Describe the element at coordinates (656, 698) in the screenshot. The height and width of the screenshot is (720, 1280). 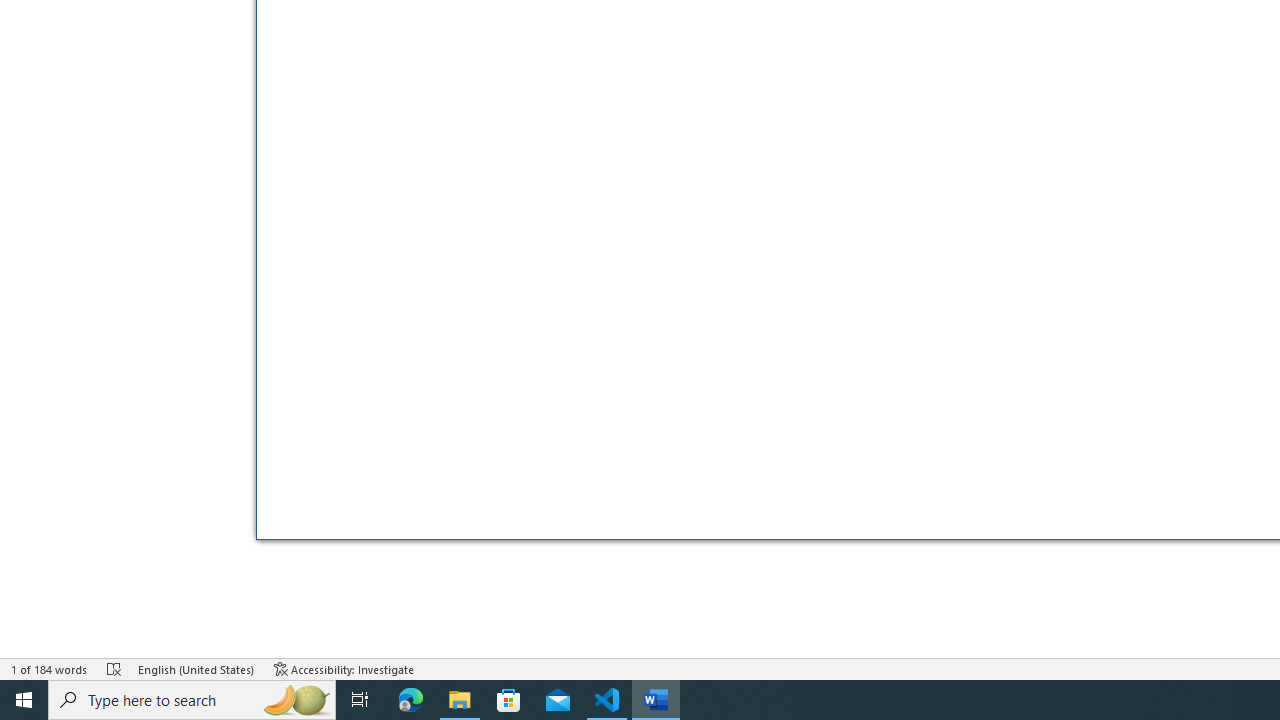
I see `'Word - 1 running window'` at that location.